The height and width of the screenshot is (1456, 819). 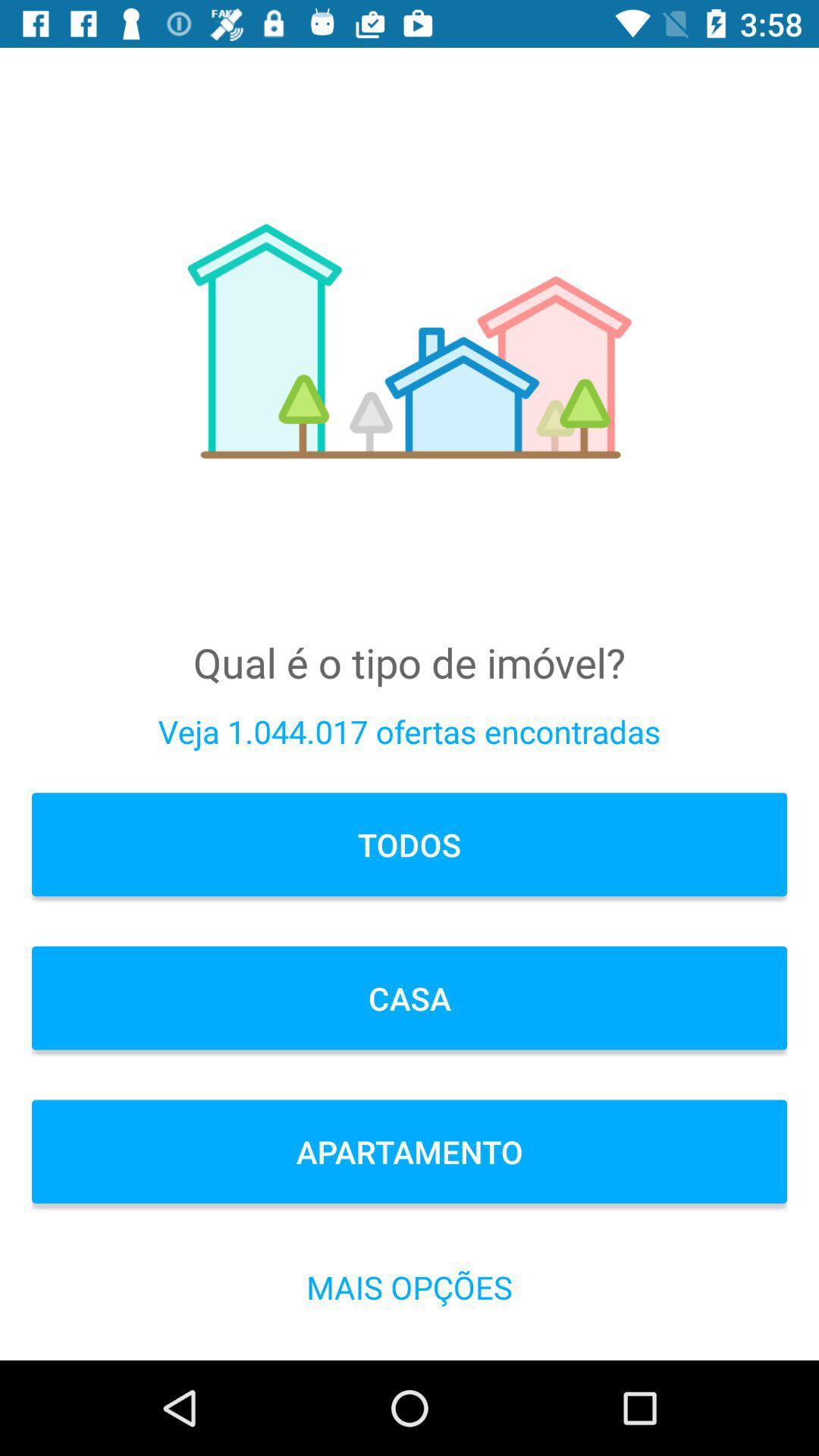 I want to click on item below veja 1 044 icon, so click(x=409, y=843).